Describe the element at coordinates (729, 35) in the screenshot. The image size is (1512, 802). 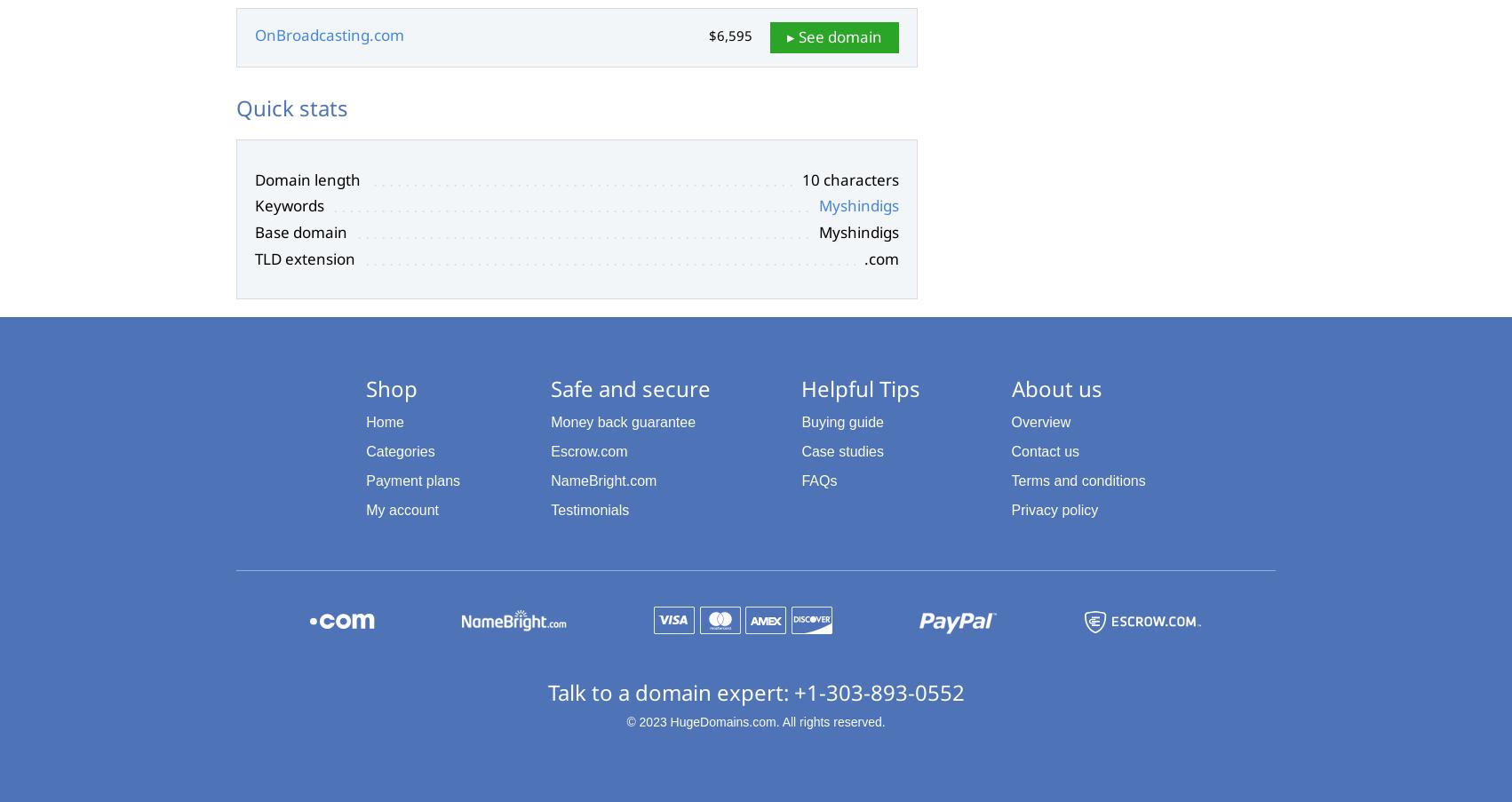
I see `'$6,595'` at that location.